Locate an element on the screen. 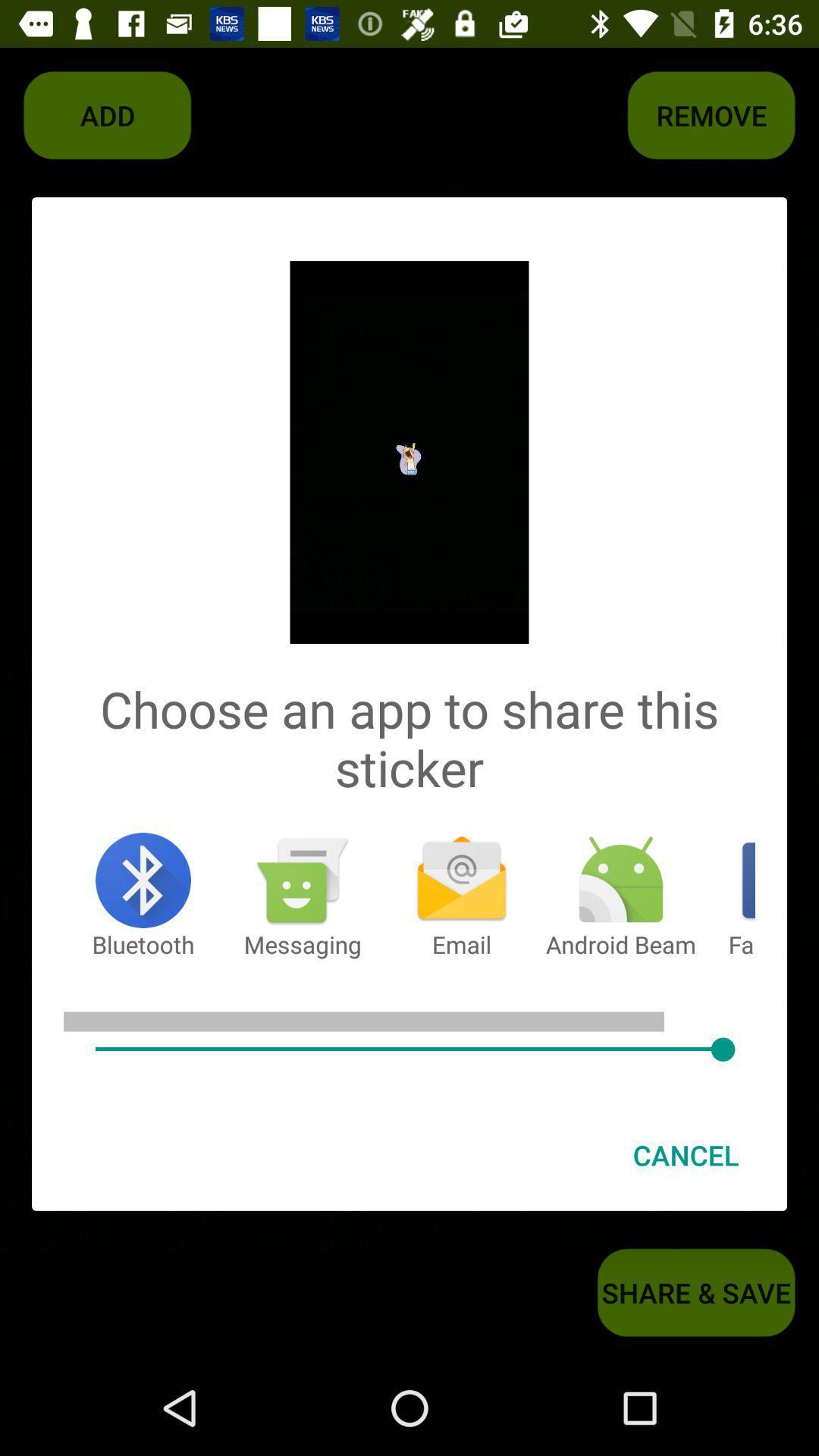 The height and width of the screenshot is (1456, 819). cancel item is located at coordinates (686, 1154).